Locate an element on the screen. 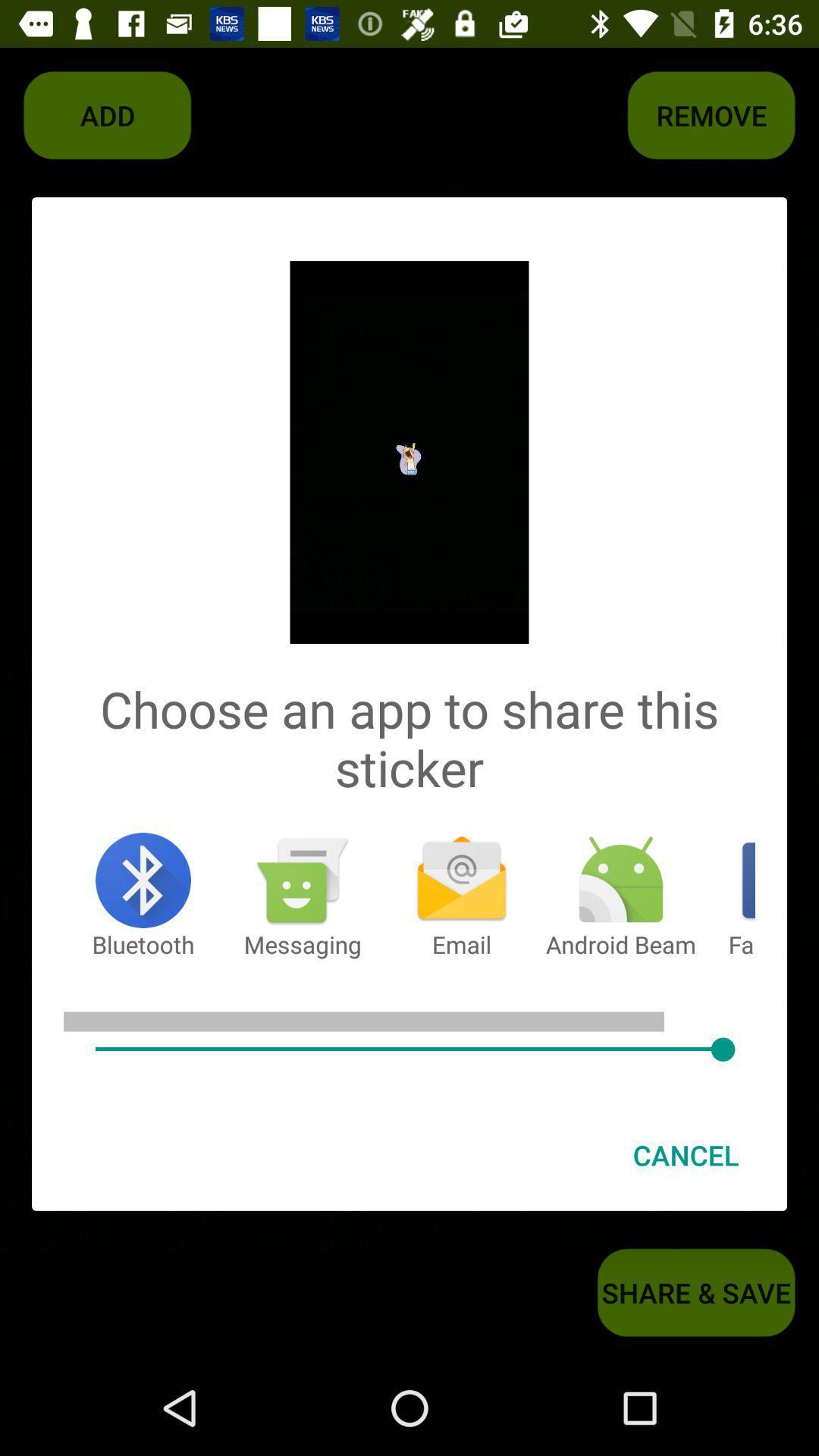 The height and width of the screenshot is (1456, 819). cancel item is located at coordinates (686, 1154).